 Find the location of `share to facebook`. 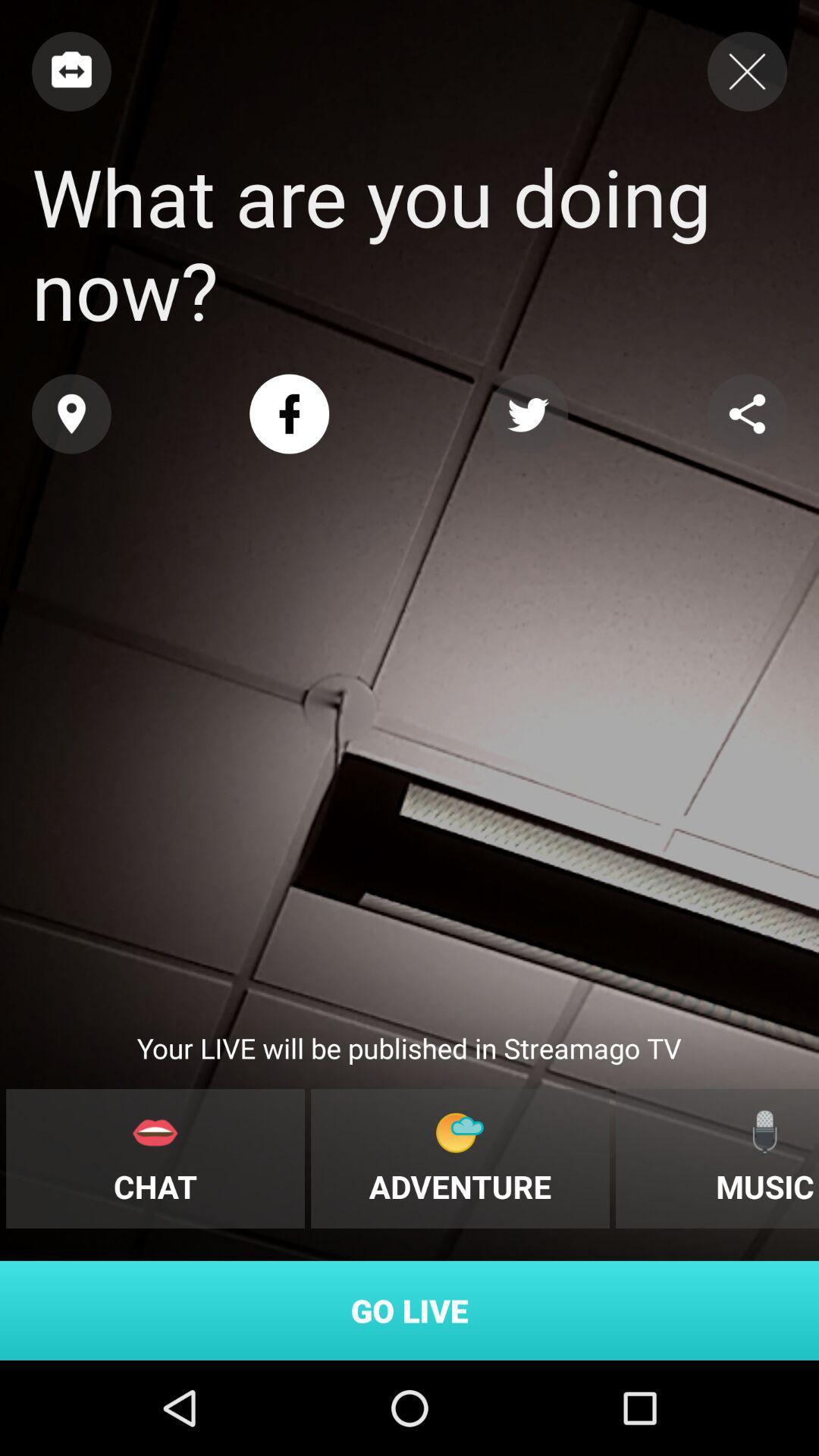

share to facebook is located at coordinates (289, 414).